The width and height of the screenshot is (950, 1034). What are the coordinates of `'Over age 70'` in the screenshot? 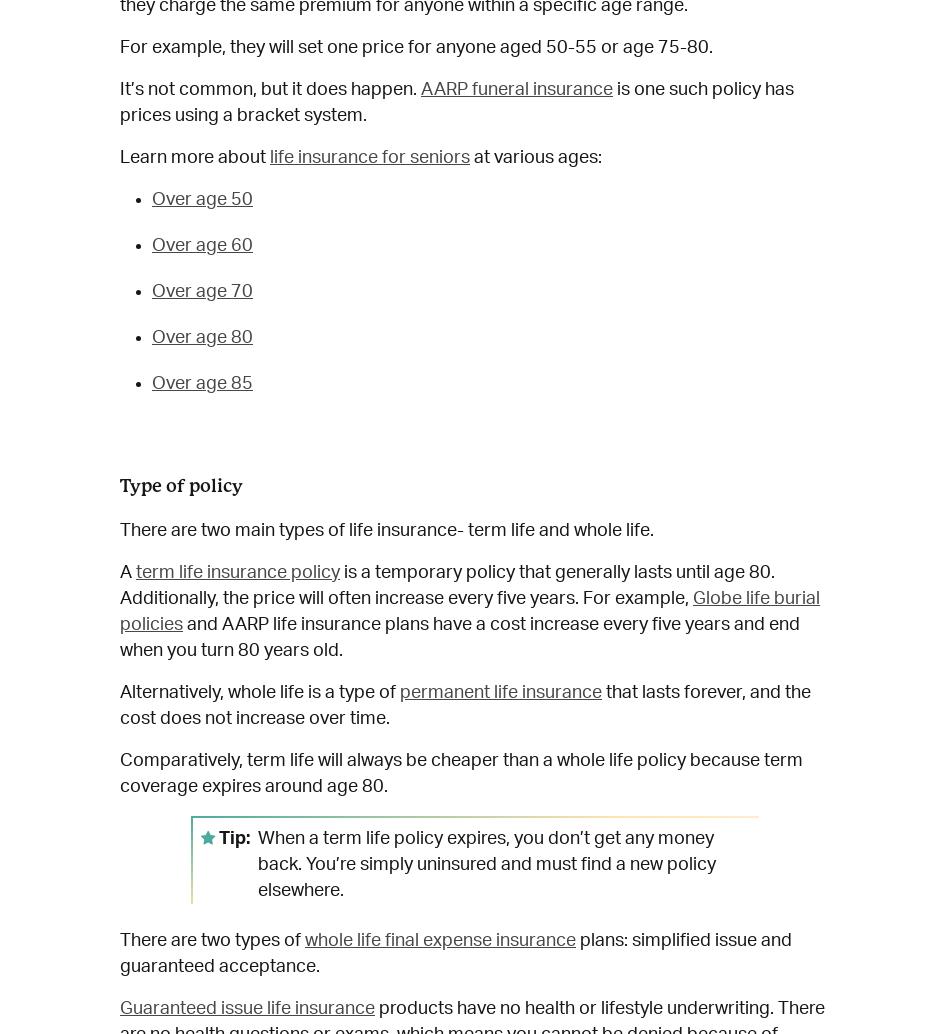 It's located at (202, 289).